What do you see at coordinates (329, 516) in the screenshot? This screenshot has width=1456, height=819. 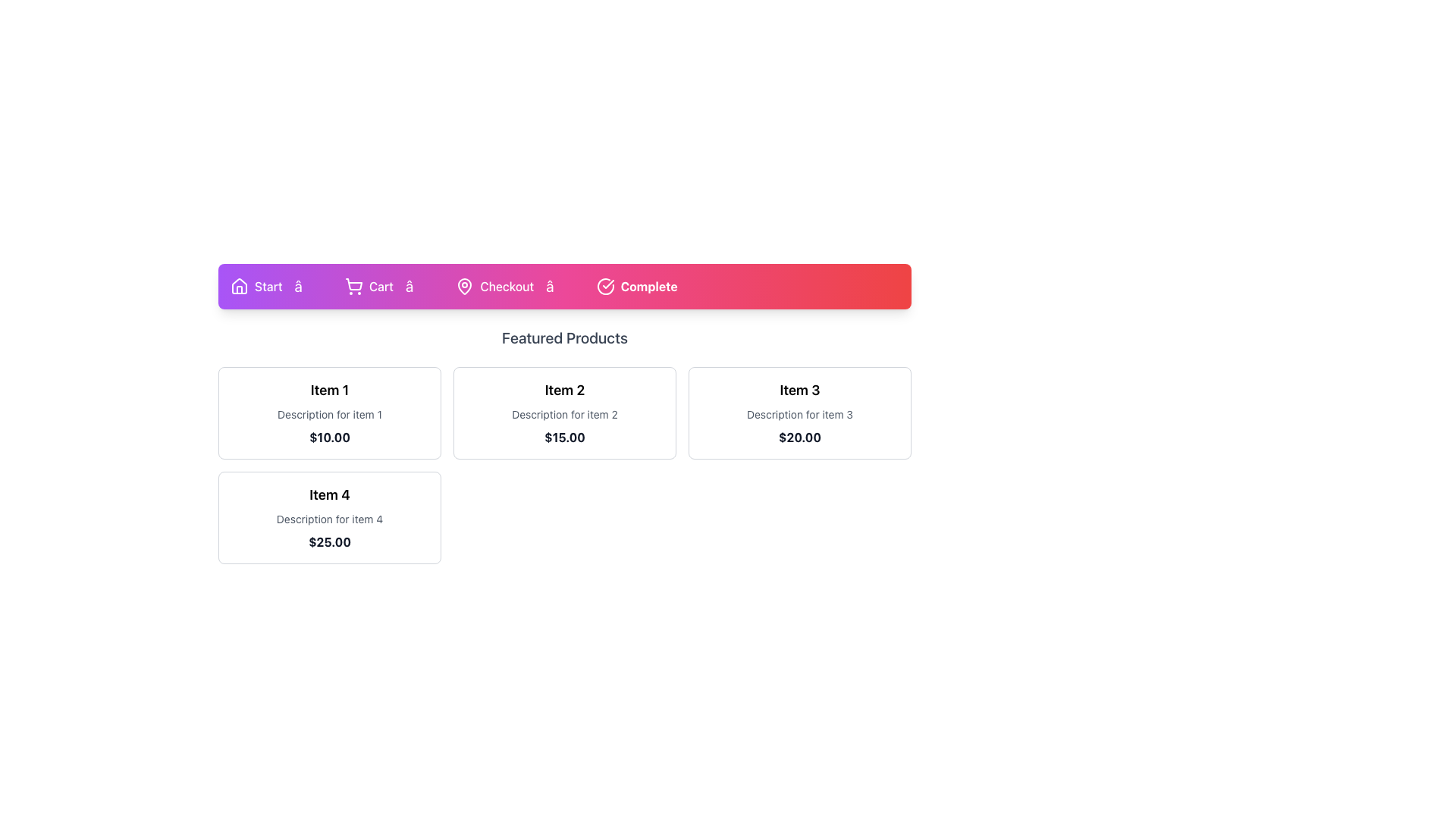 I see `the product details card located in the bottom-left corner of the grid, which is the fourth card below the 'Featured Products' navigation bar` at bounding box center [329, 516].